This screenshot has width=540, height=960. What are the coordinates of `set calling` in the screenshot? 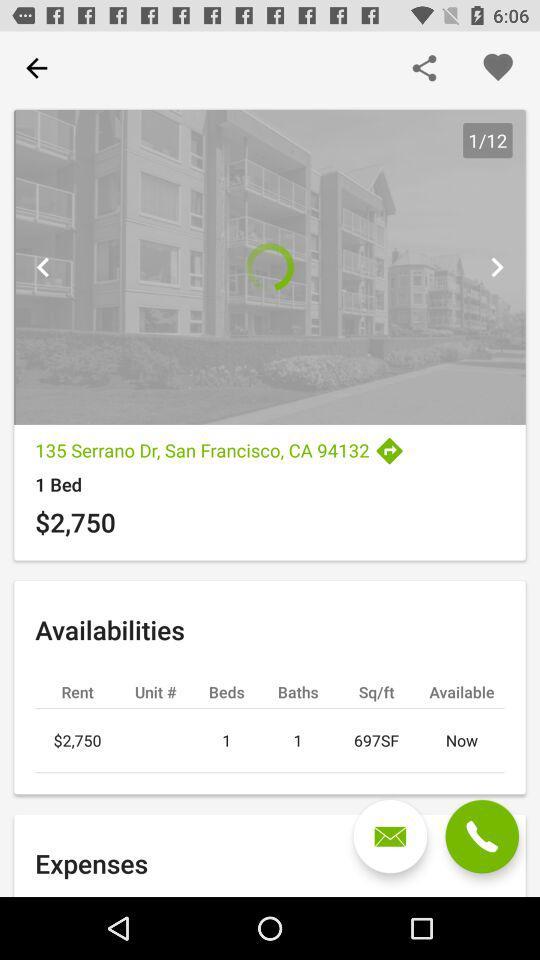 It's located at (481, 836).